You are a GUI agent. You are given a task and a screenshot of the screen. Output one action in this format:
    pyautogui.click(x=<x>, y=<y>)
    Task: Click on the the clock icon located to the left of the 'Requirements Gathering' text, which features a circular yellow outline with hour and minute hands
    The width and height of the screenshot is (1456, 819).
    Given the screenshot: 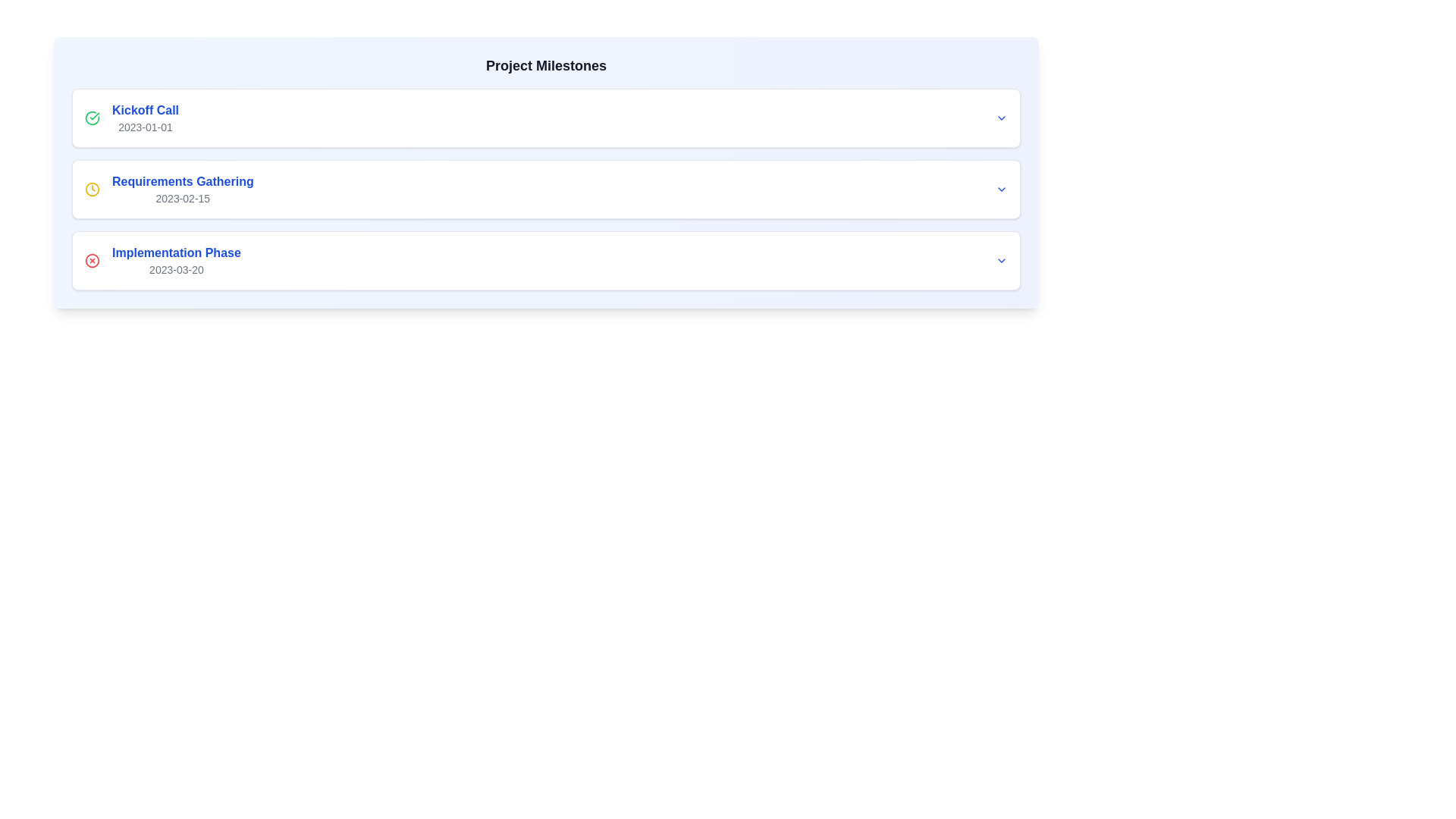 What is the action you would take?
    pyautogui.click(x=91, y=189)
    